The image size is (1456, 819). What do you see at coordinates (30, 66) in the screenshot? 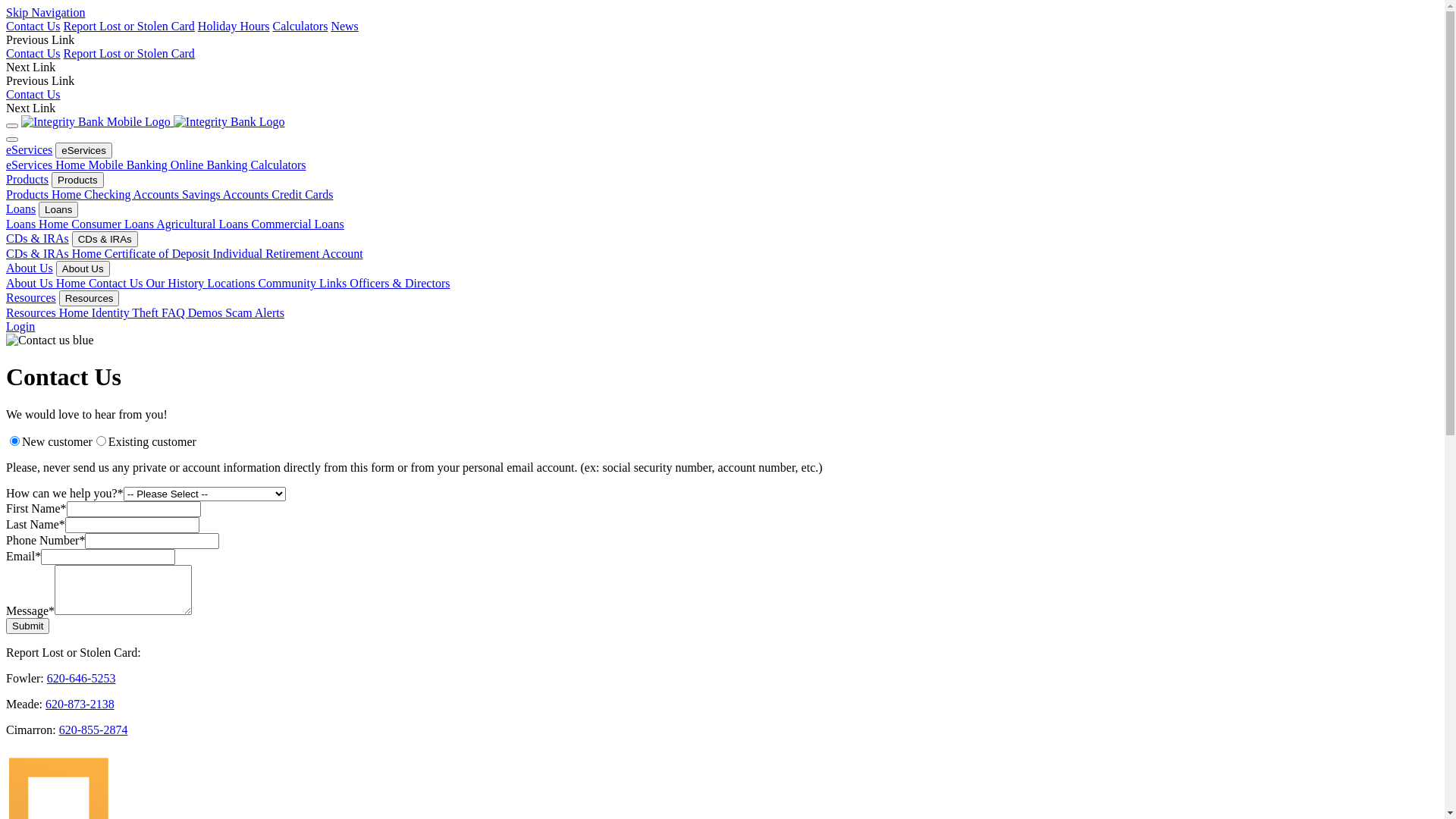
I see `'Next Link'` at bounding box center [30, 66].